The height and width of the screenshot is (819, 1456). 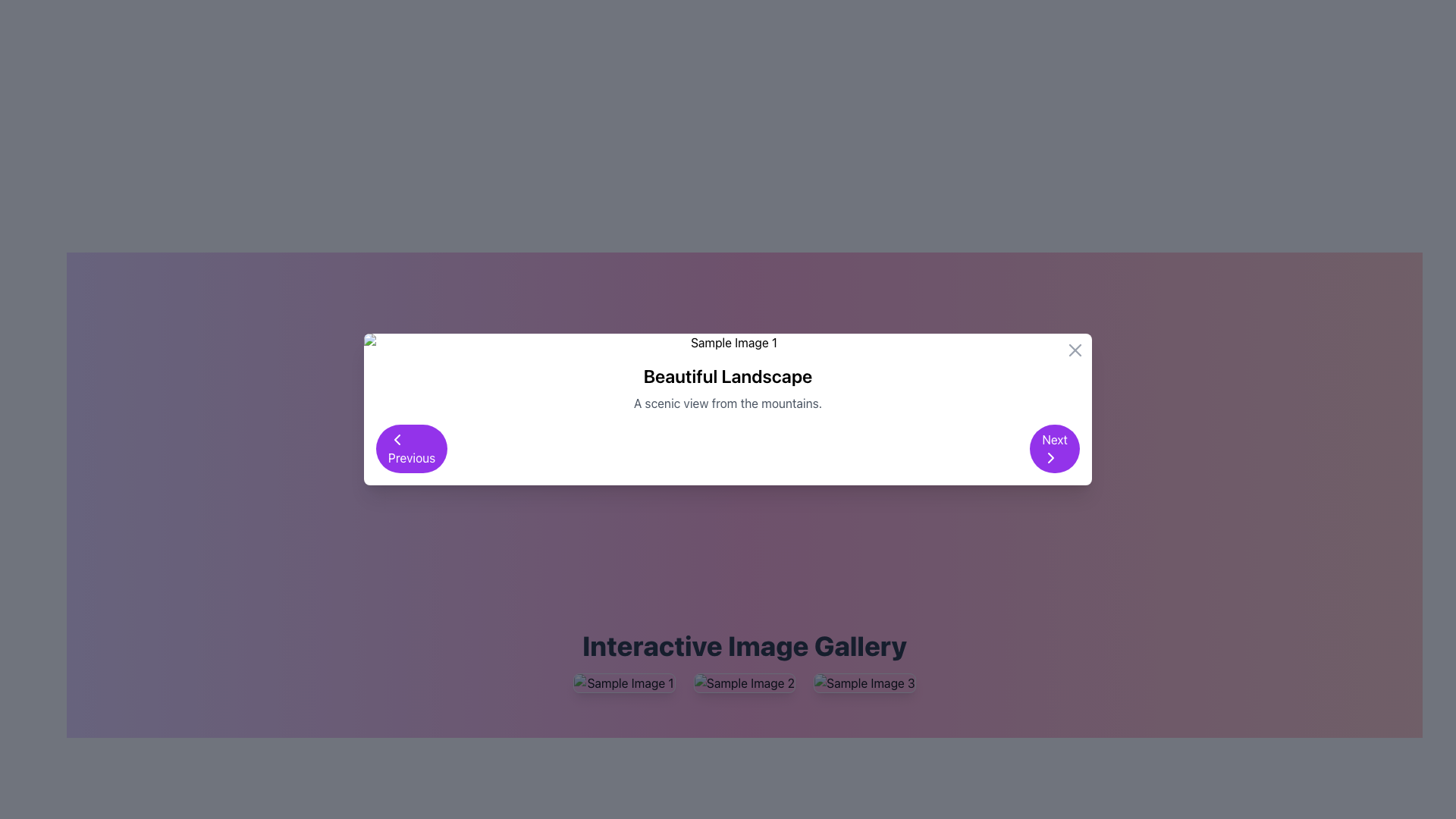 I want to click on the right-pointing chevron icon located inside the 'Next' button at the far right bottom corner of the modal, so click(x=1050, y=457).